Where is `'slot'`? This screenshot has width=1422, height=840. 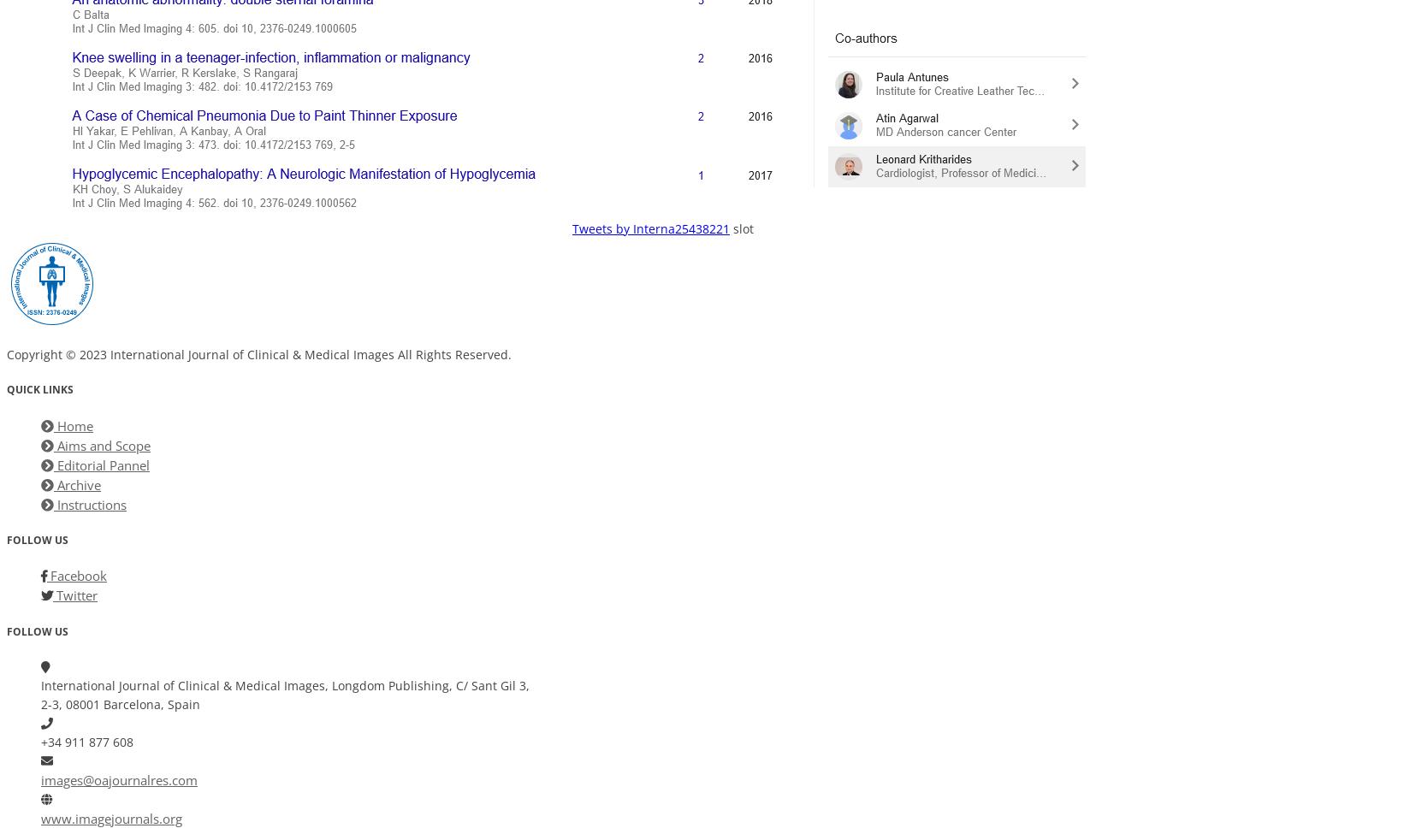 'slot' is located at coordinates (743, 228).